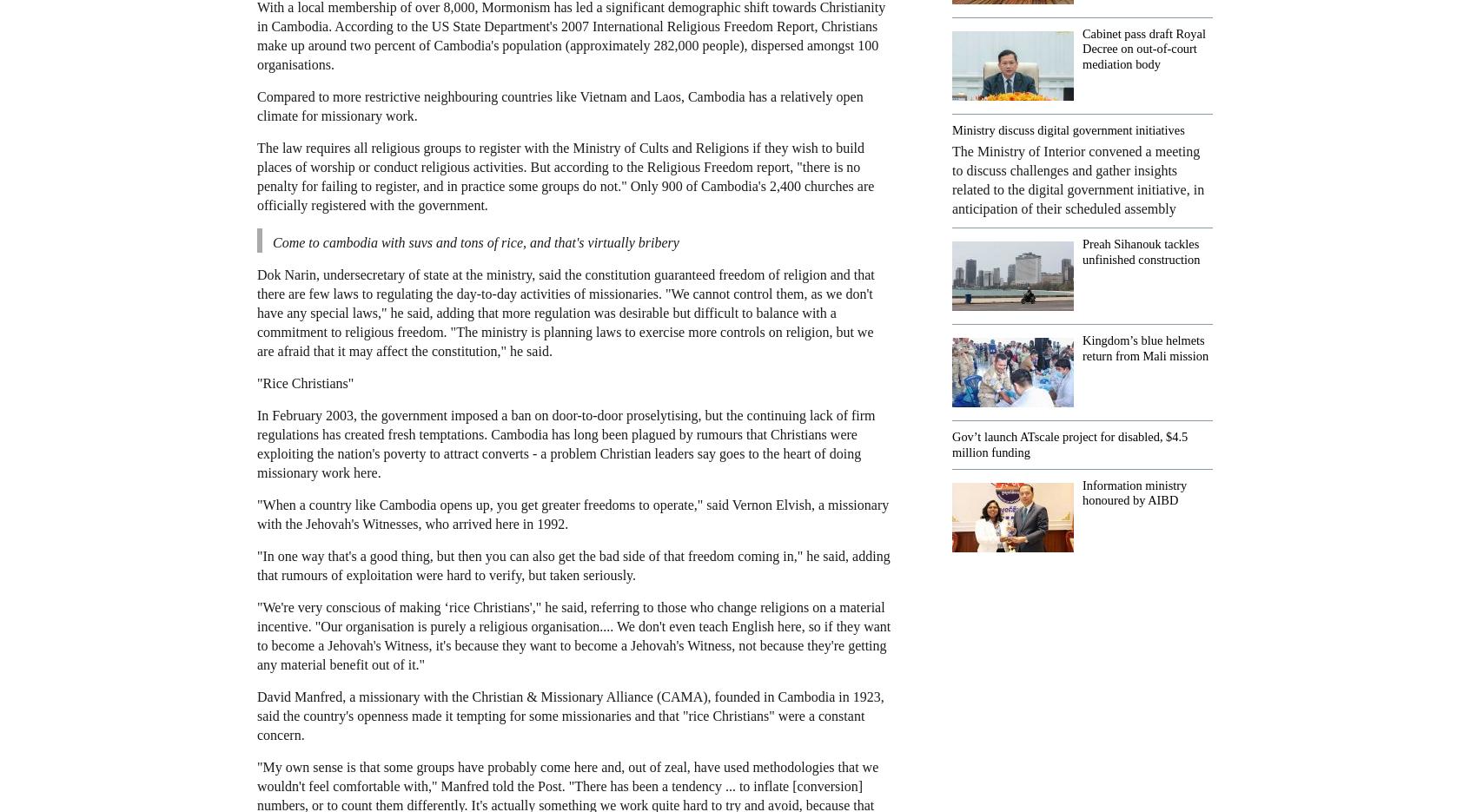 The image size is (1470, 812). Describe the element at coordinates (566, 175) in the screenshot. I see `'The law requires all religious groups to register with the Ministry of Cults and Religions if they wish to build places of worship or conduct religious activities. But according to the Religious Freedom report, "there is no penalty for failing to register, and in practice some groups do not." Only 900 of Cambodia's 2,400 churches are officially registered with the government.'` at that location.